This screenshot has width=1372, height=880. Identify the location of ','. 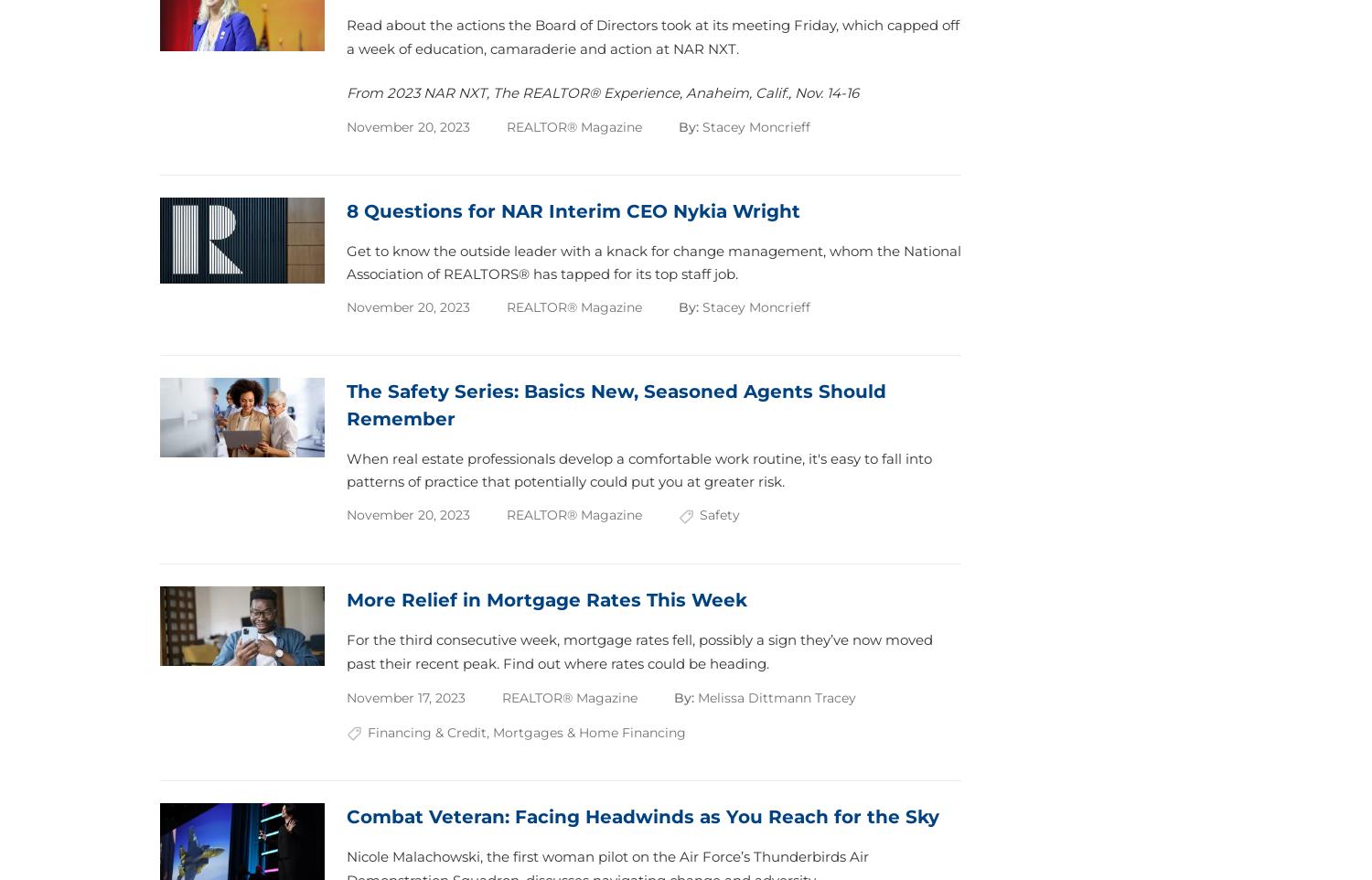
(488, 730).